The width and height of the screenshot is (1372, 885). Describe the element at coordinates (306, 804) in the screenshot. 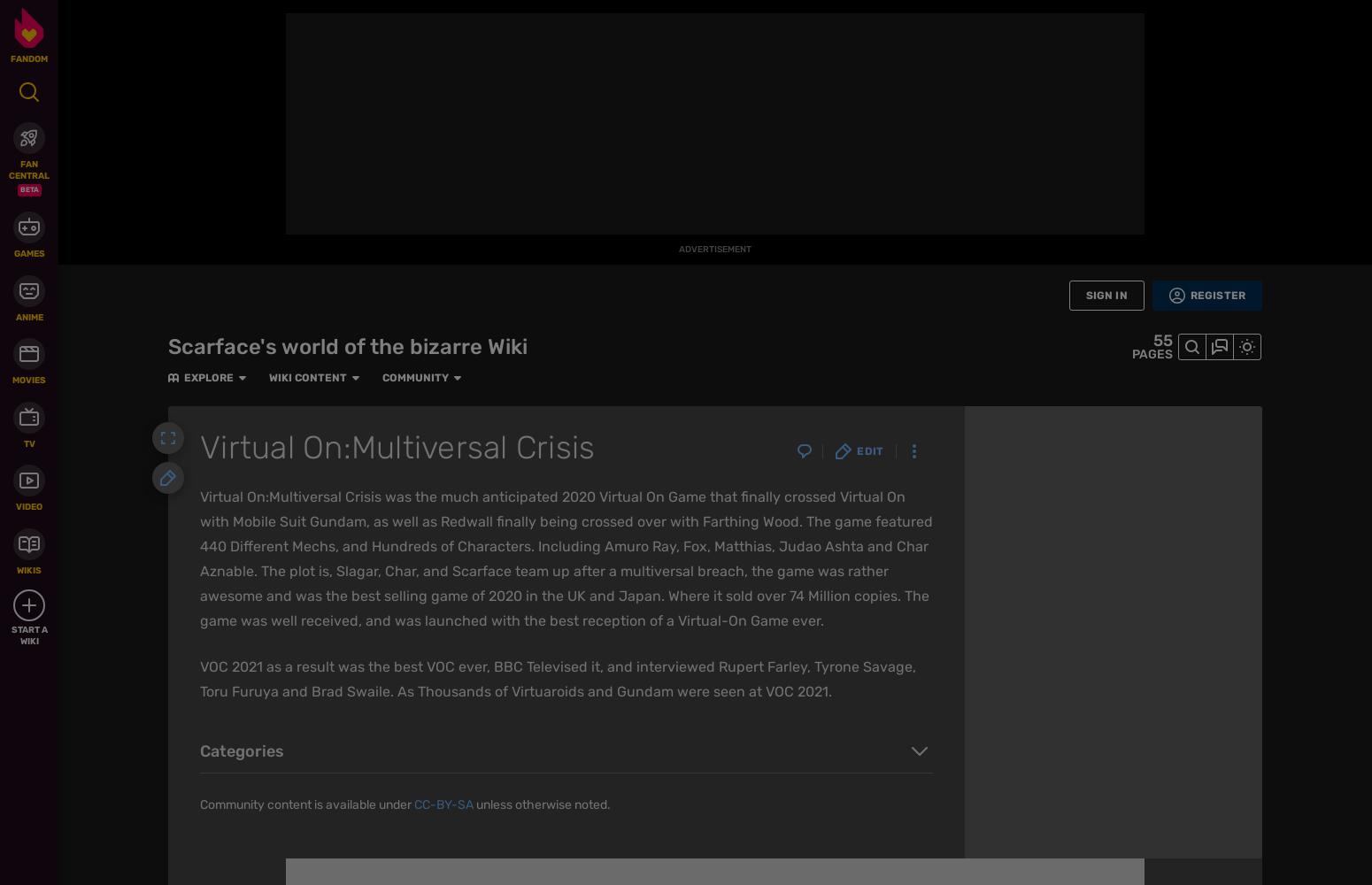

I see `'Community content is available under'` at that location.